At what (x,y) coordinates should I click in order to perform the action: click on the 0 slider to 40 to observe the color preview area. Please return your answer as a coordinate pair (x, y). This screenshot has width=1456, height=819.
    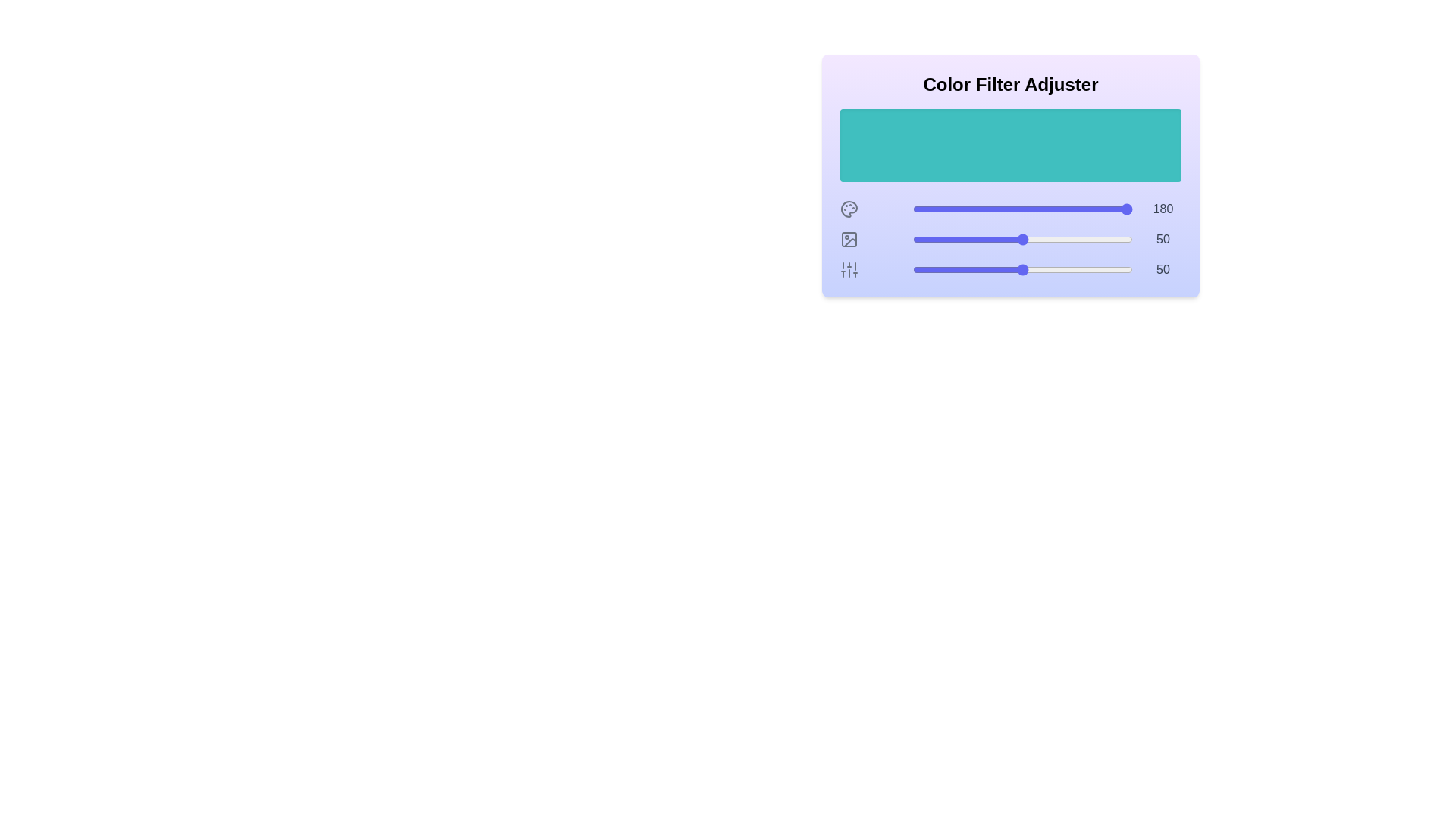
    Looking at the image, I should click on (1001, 209).